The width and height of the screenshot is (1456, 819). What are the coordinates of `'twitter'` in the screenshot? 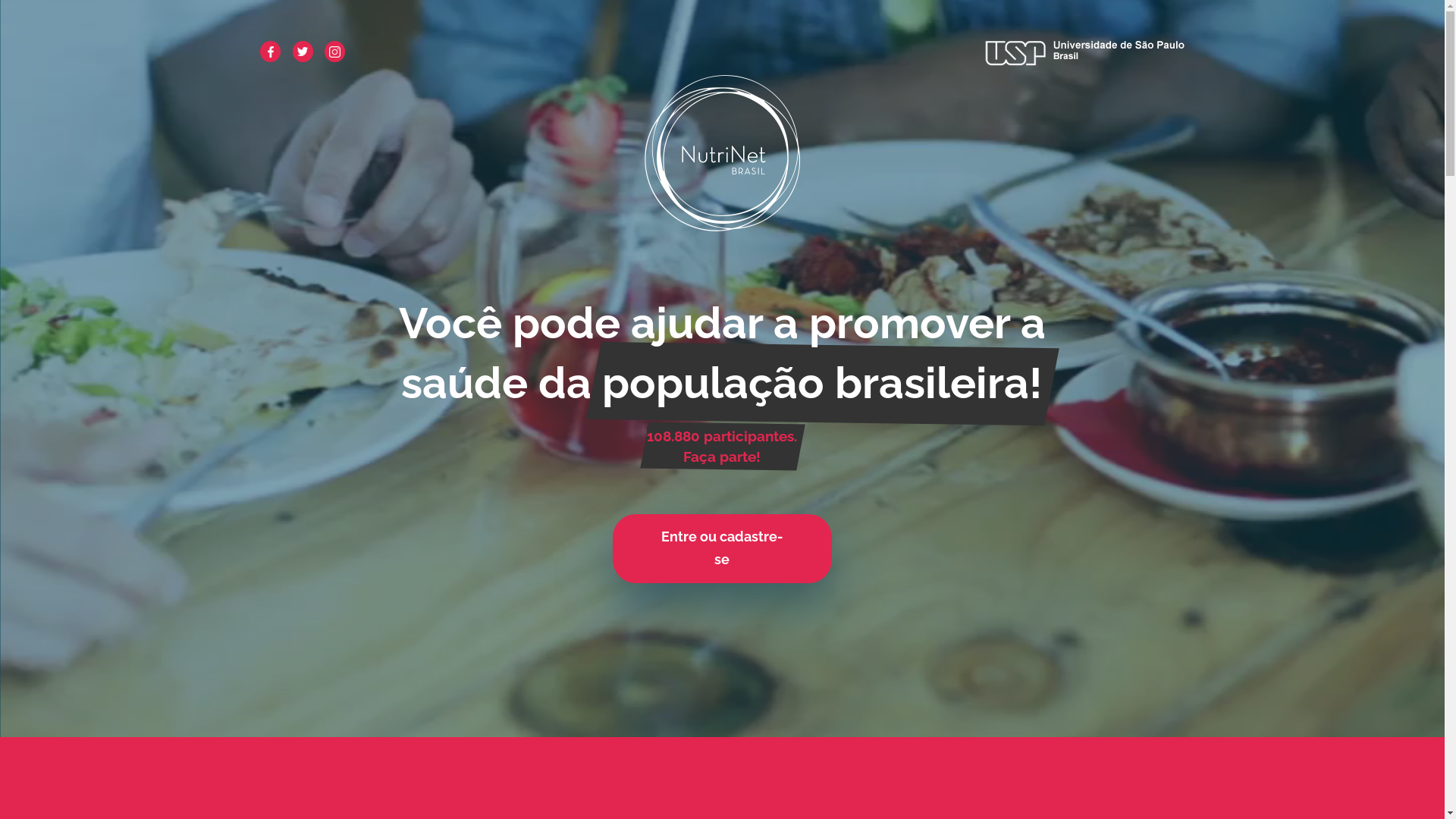 It's located at (303, 50).